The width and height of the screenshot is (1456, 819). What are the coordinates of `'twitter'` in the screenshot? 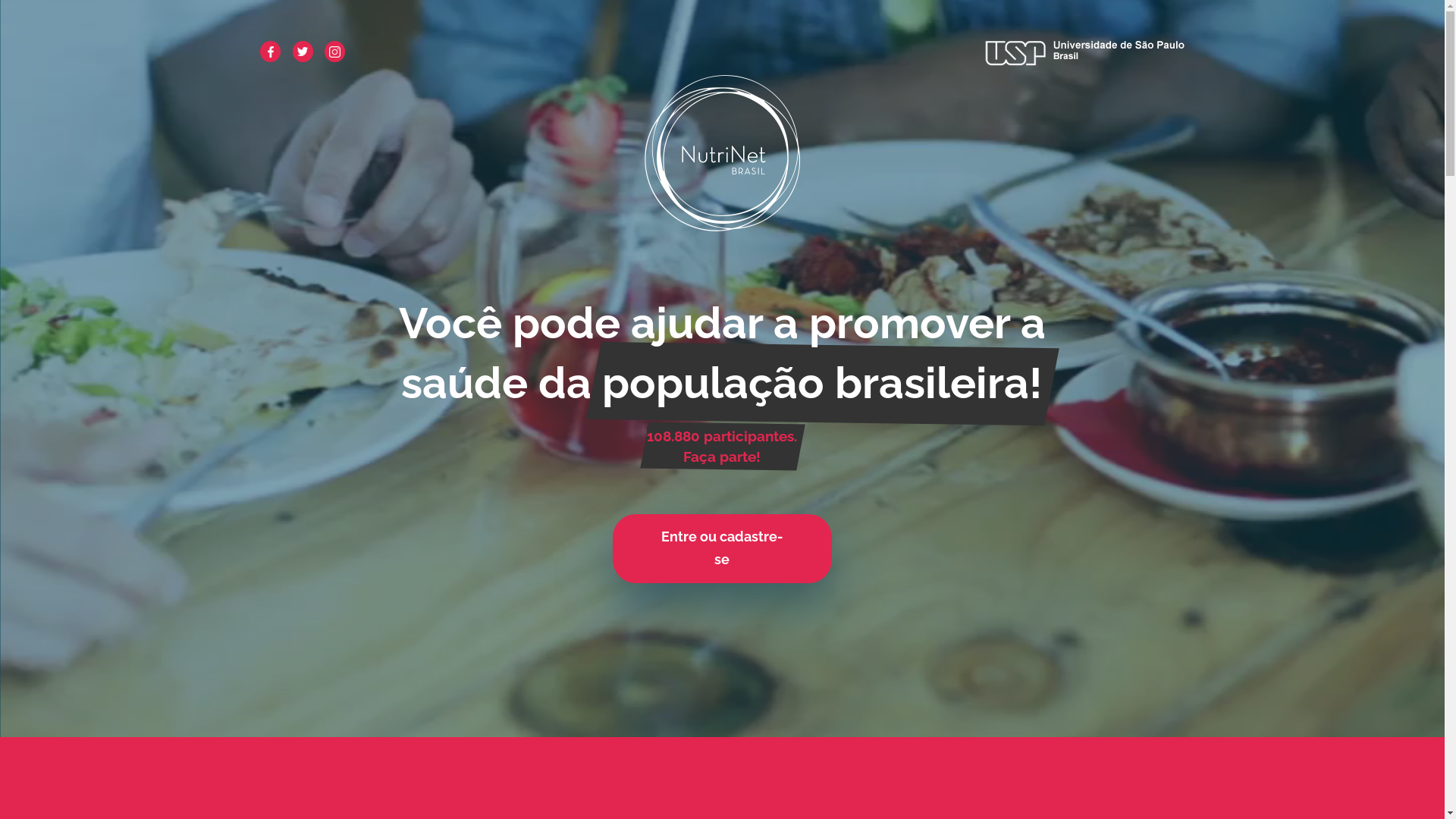 It's located at (303, 50).